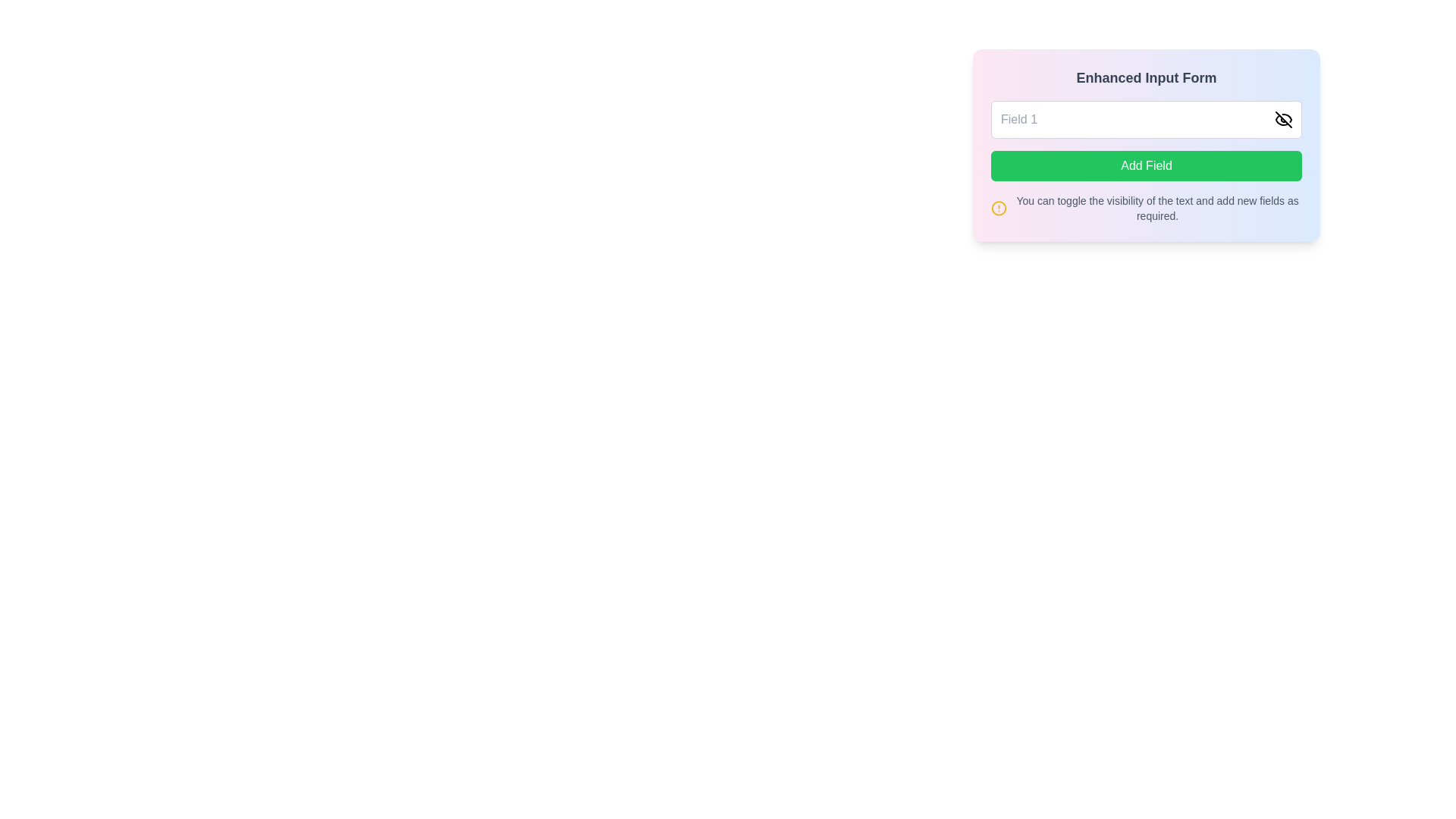  Describe the element at coordinates (1283, 119) in the screenshot. I see `the visibility toggle icon, which resembles an eye with a diagonal line through it, located to the far right of the 'Field 1' text-input field` at that location.